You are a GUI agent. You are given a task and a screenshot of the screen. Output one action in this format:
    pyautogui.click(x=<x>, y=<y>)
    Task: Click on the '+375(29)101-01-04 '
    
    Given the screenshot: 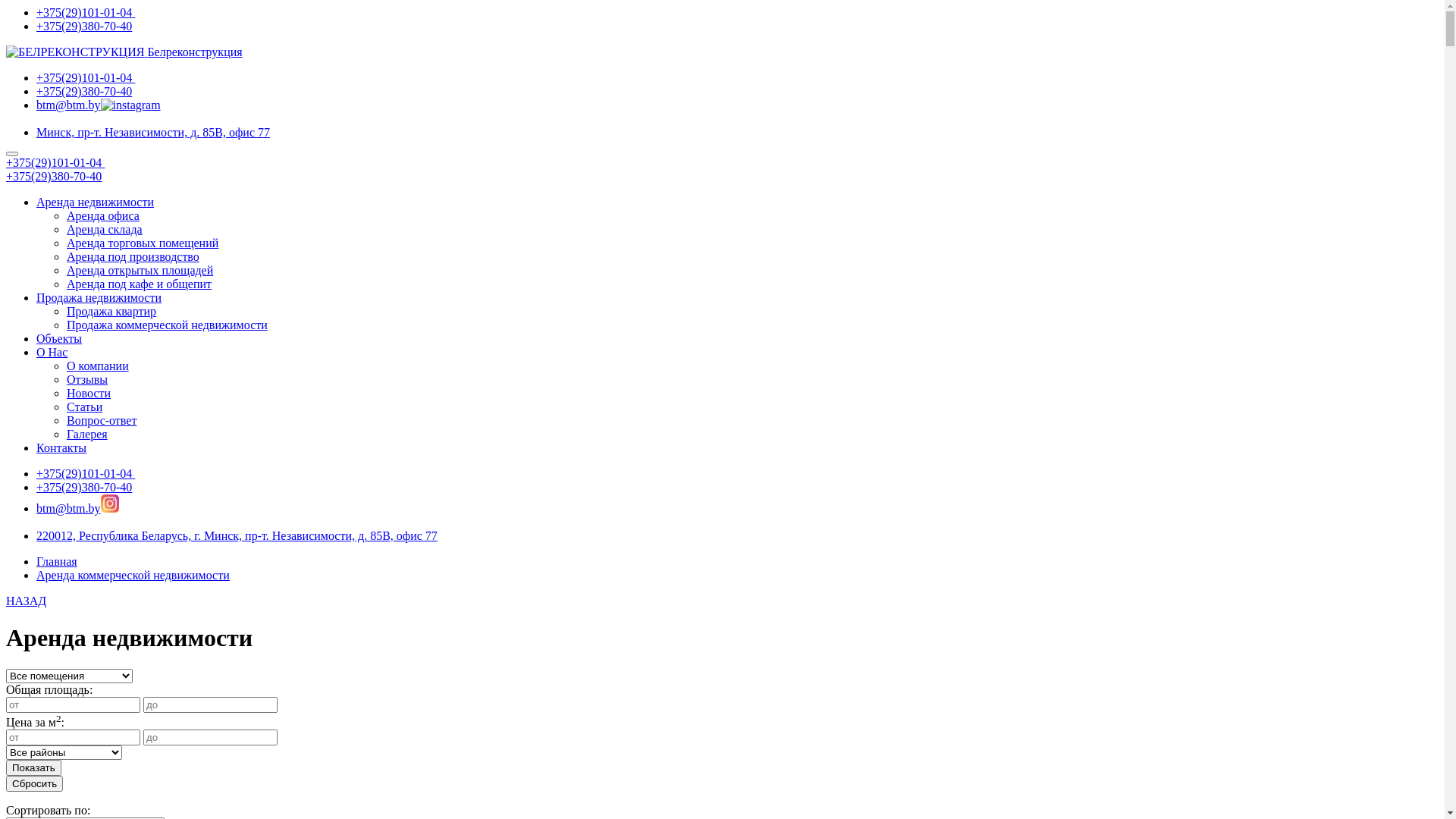 What is the action you would take?
    pyautogui.click(x=36, y=12)
    